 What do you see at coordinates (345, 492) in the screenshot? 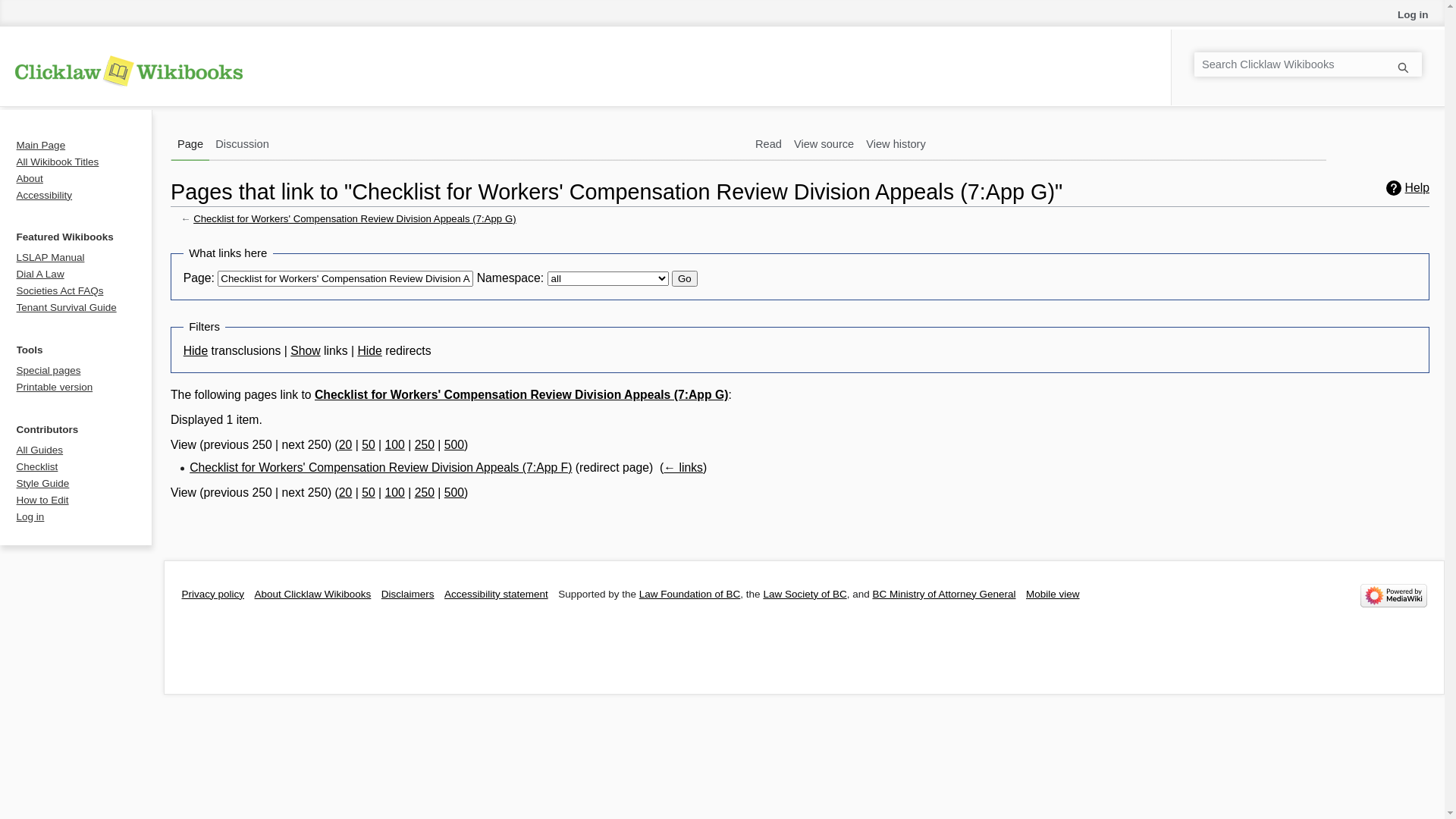
I see `'20'` at bounding box center [345, 492].